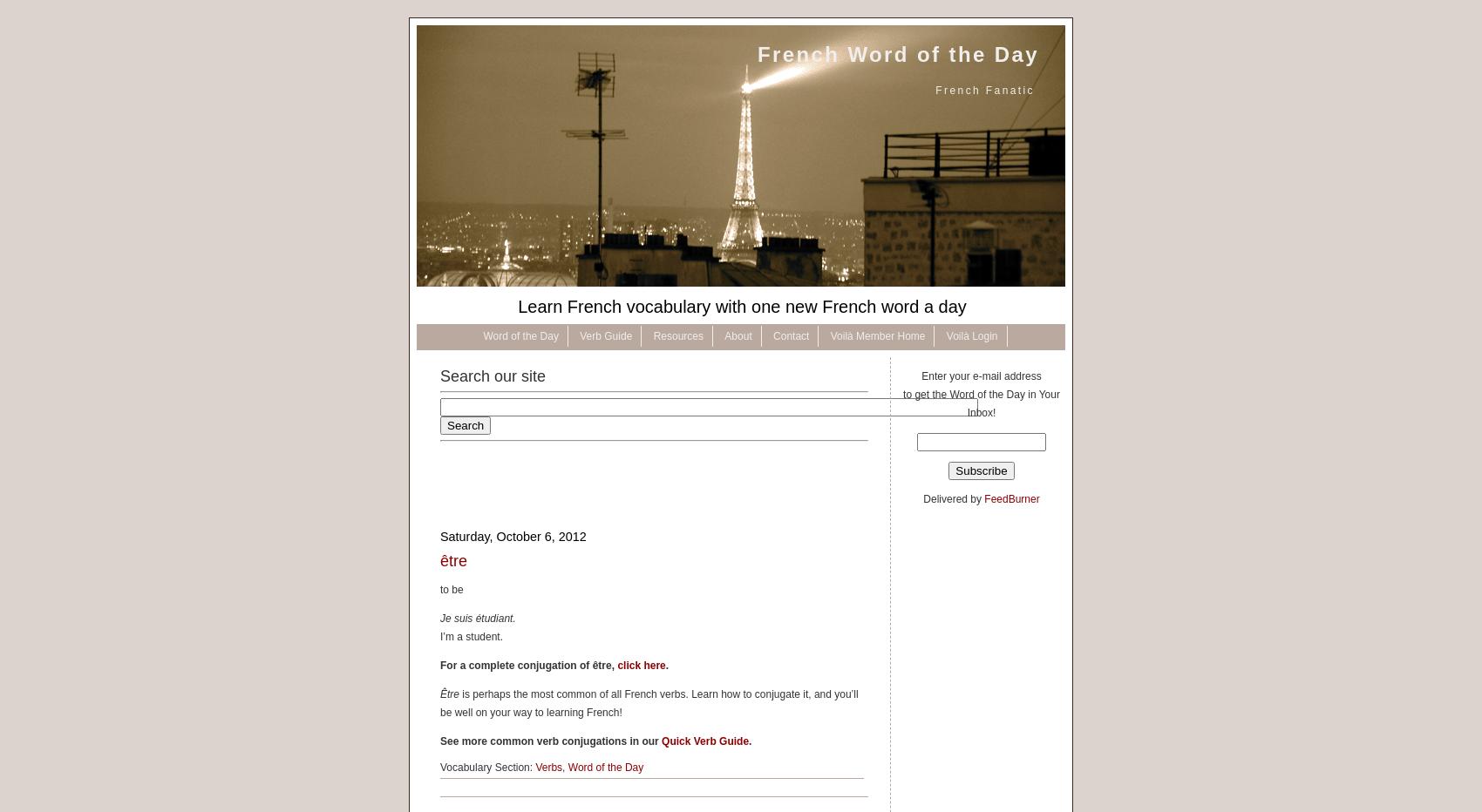  Describe the element at coordinates (971, 335) in the screenshot. I see `'Voilà Login'` at that location.